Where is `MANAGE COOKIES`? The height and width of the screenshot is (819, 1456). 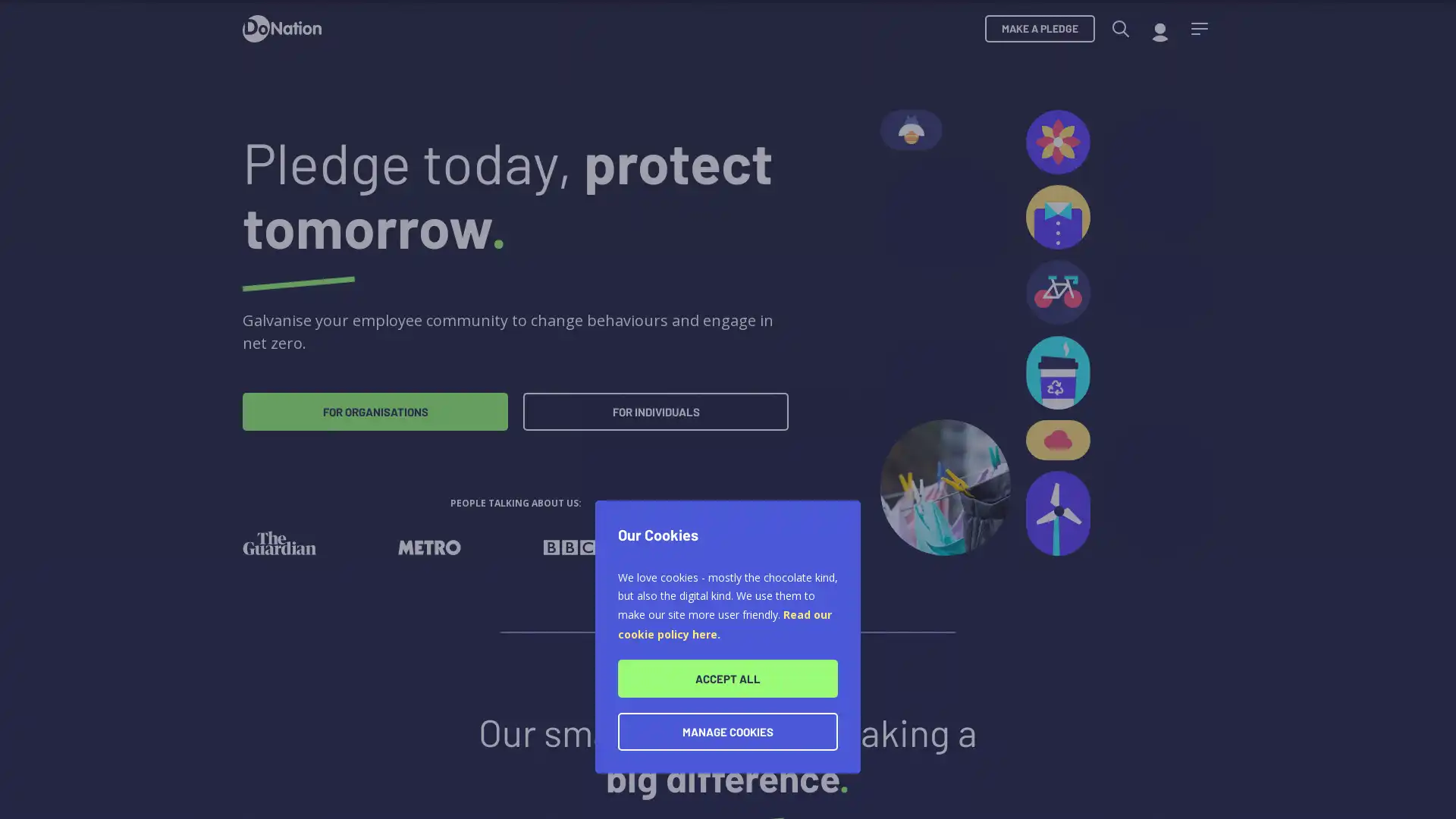 MANAGE COOKIES is located at coordinates (728, 730).